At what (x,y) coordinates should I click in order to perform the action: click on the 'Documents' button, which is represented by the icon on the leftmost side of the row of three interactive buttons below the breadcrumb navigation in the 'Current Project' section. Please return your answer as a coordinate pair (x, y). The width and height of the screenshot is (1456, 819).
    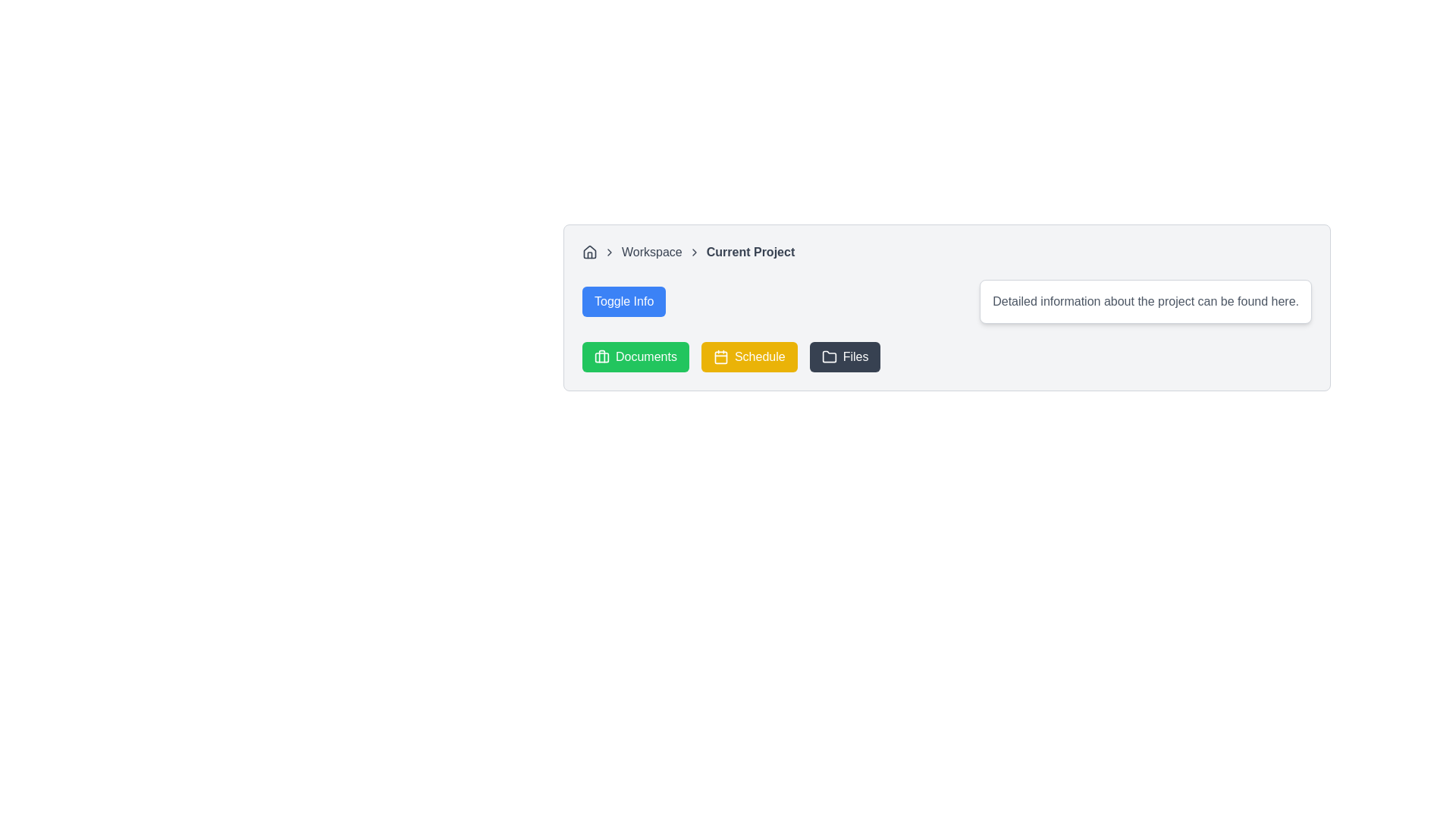
    Looking at the image, I should click on (601, 356).